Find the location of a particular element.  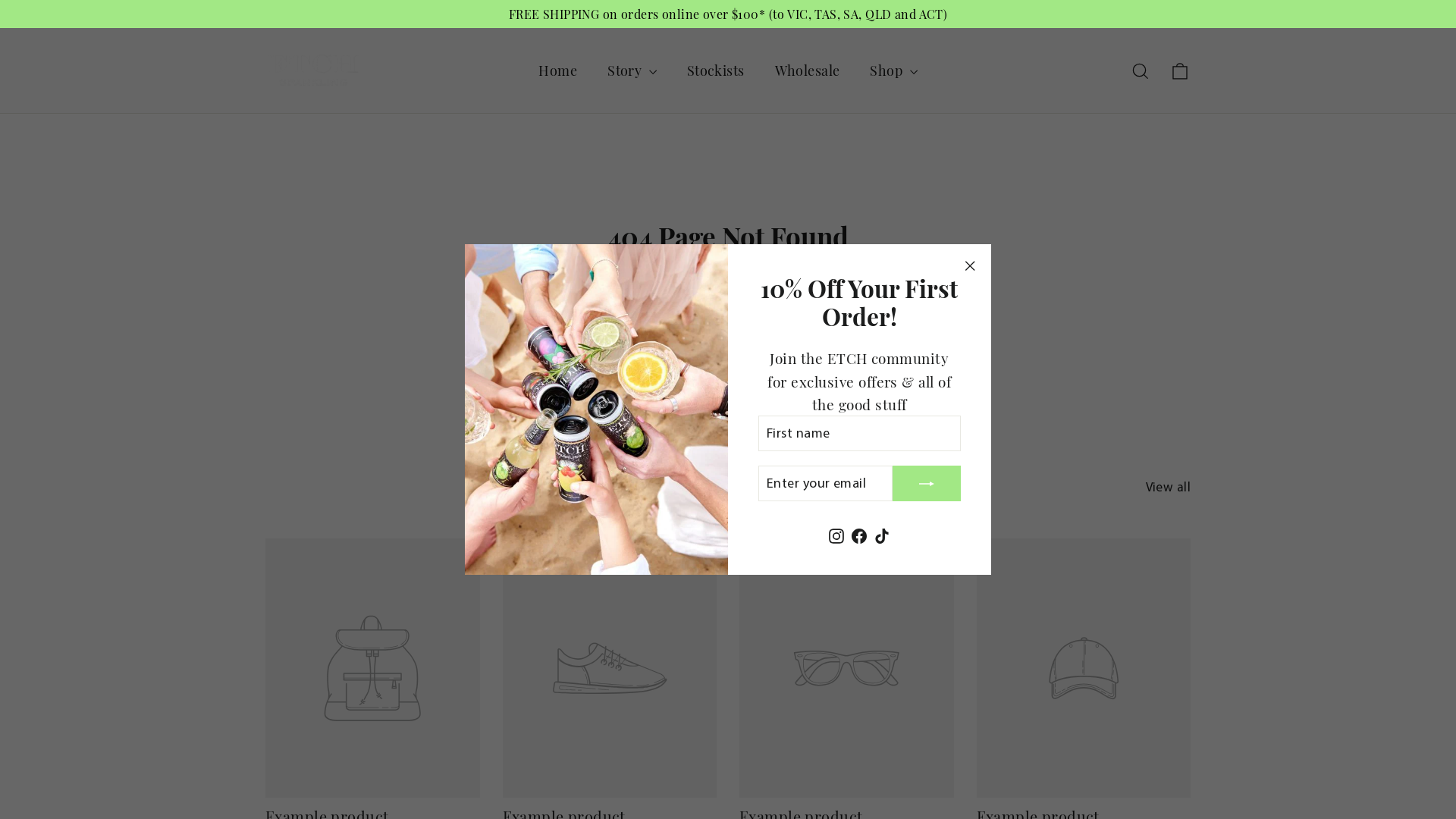

'Wholesale' is located at coordinates (807, 71).